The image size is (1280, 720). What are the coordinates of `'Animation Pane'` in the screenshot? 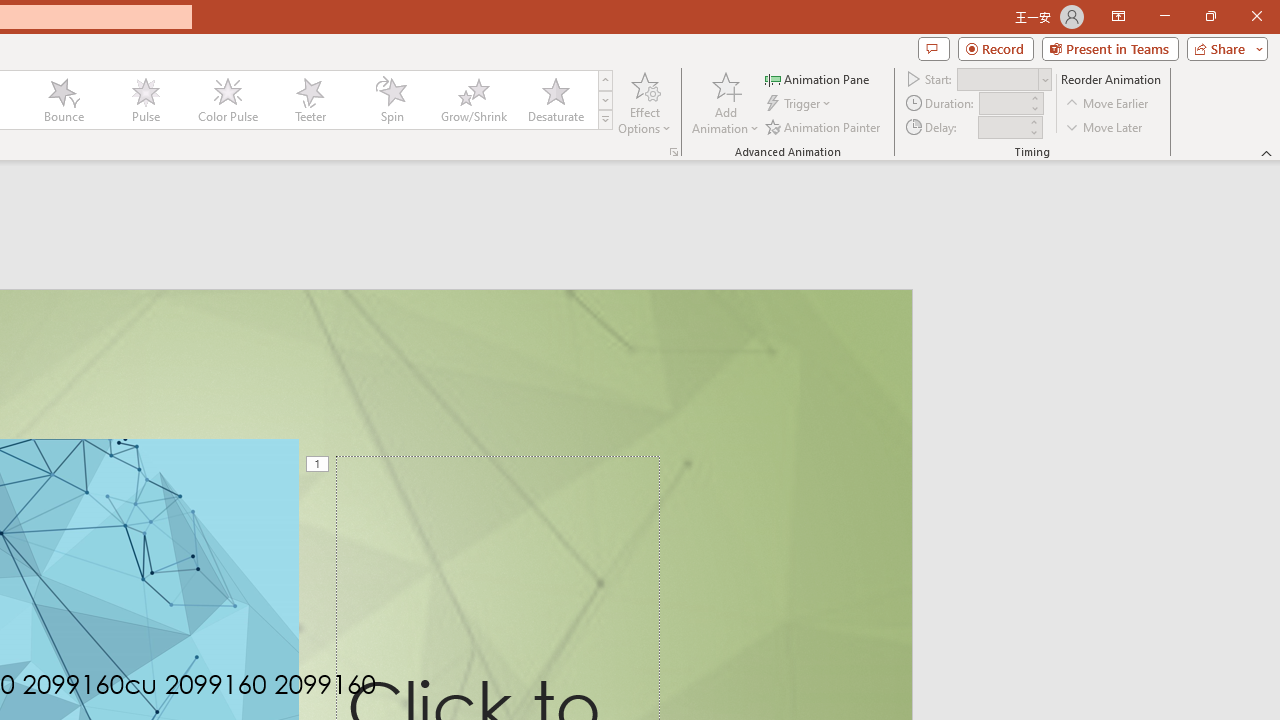 It's located at (818, 78).